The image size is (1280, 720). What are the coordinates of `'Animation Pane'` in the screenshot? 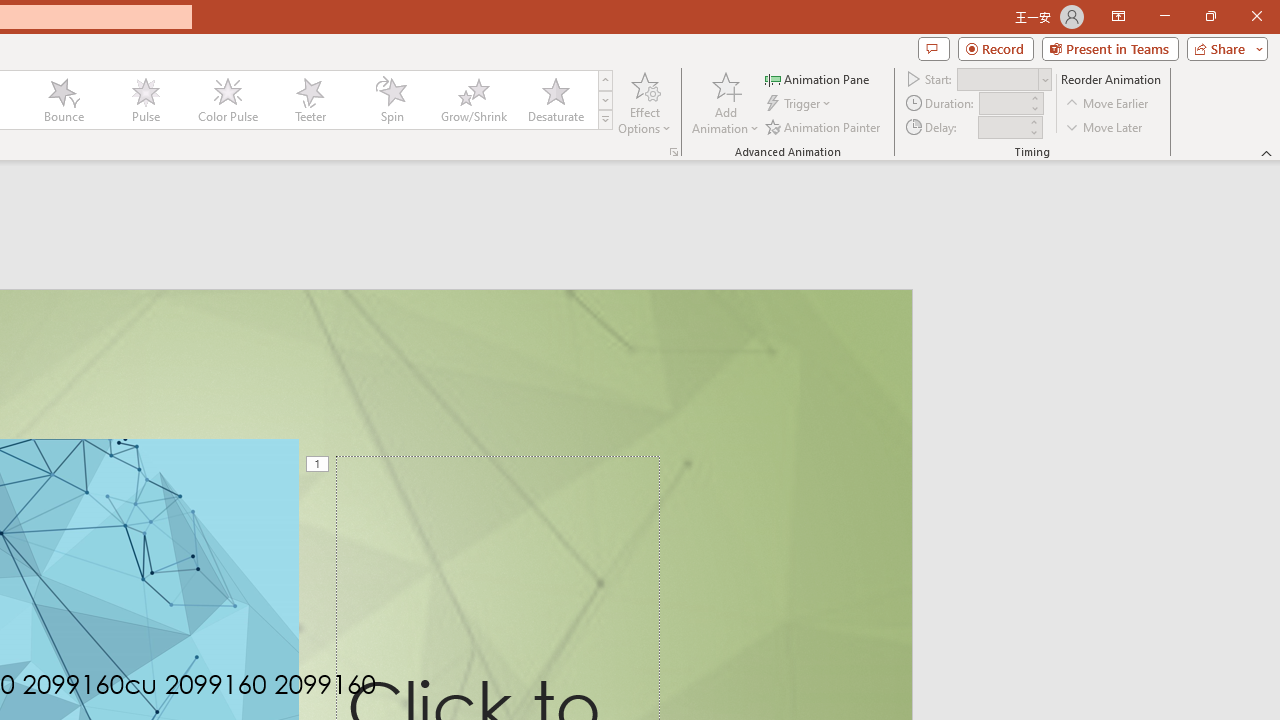 It's located at (818, 78).